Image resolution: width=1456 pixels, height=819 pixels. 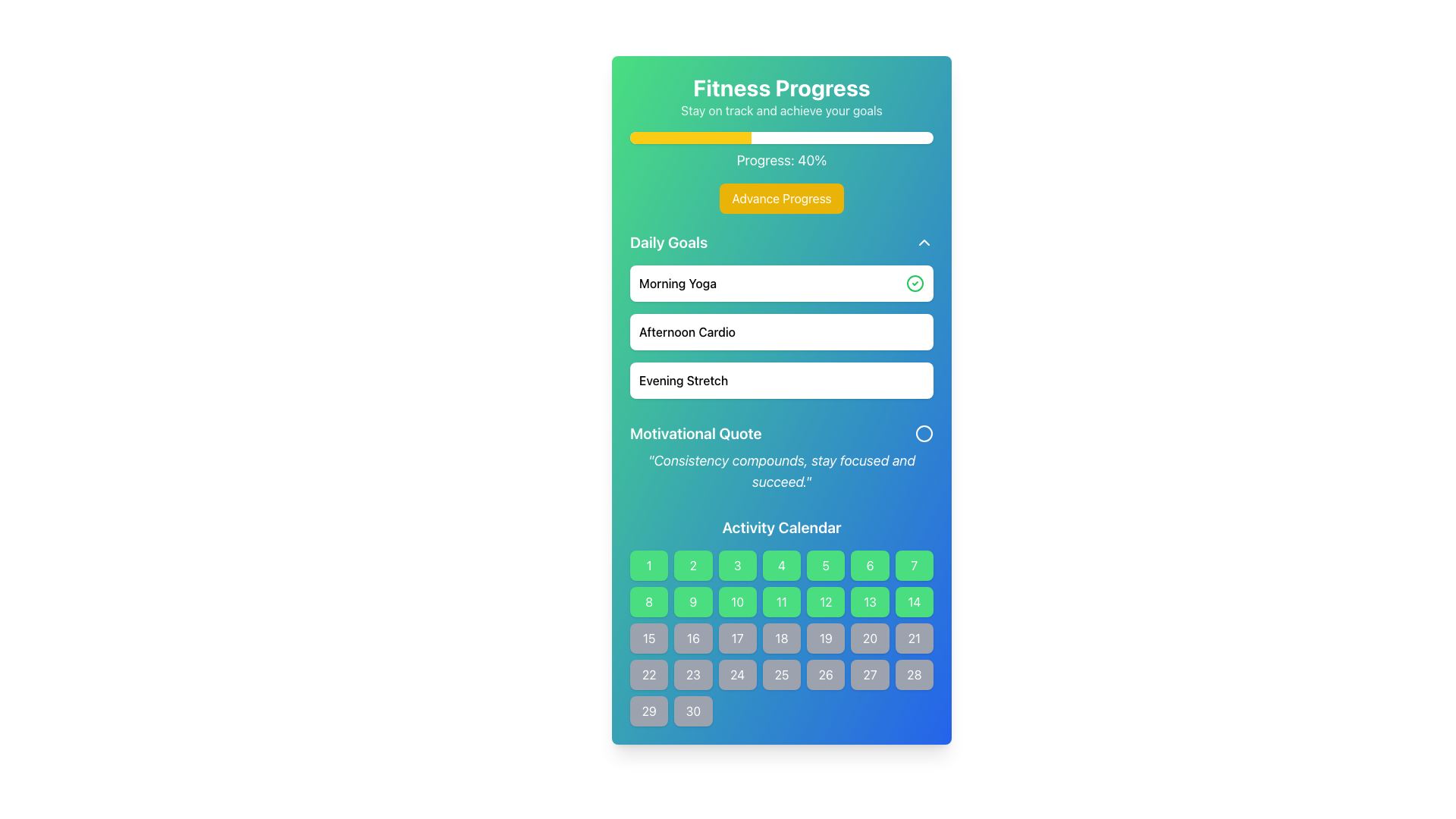 What do you see at coordinates (782, 470) in the screenshot?
I see `the motivational quote text element that reads 'Consistency compounds, stay focused and succeed.' located beneath the label 'Motivational Quote' in the 'Daily Goals' section` at bounding box center [782, 470].